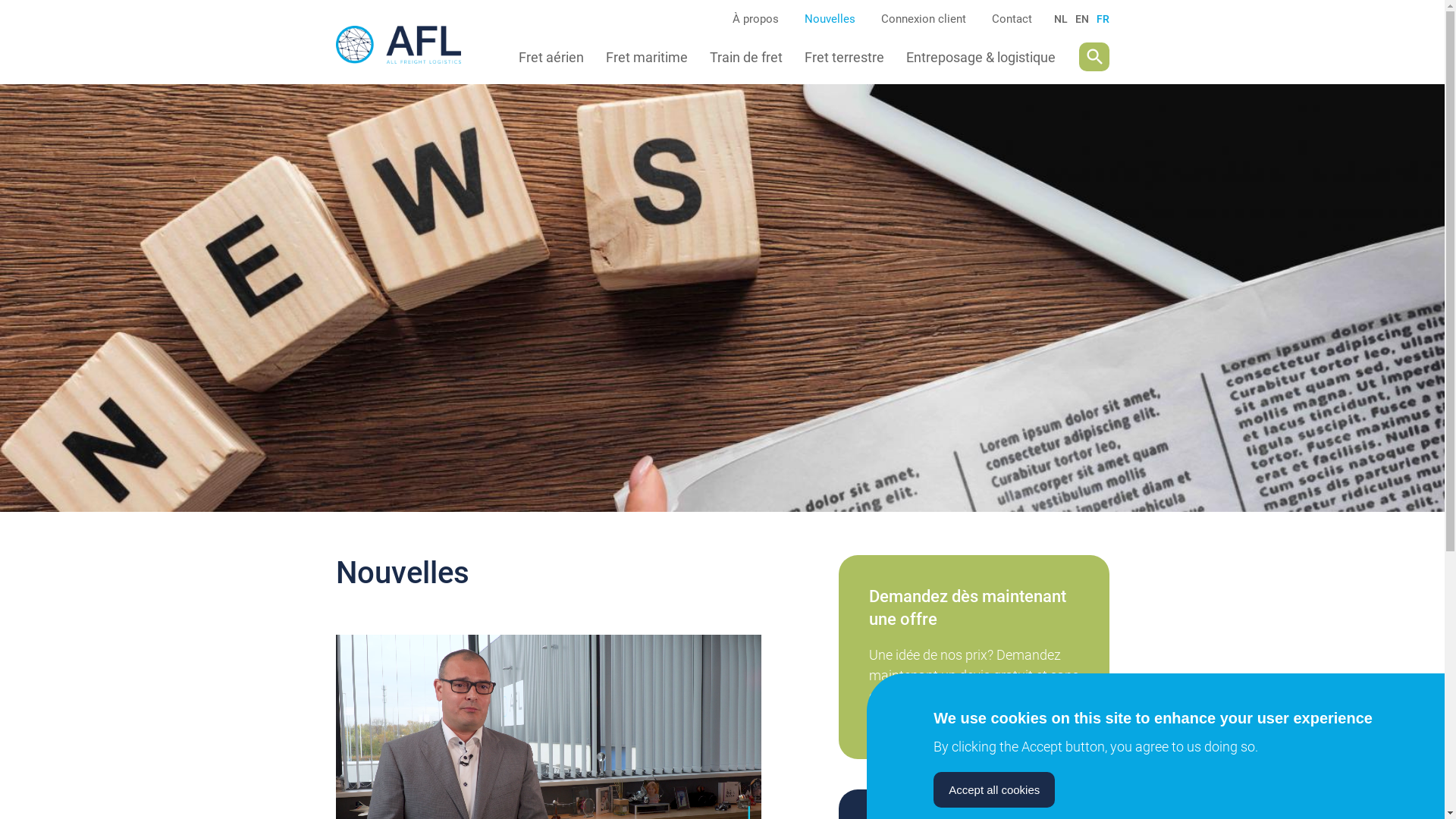 The width and height of the screenshot is (1456, 819). What do you see at coordinates (745, 55) in the screenshot?
I see `'Train de fret'` at bounding box center [745, 55].